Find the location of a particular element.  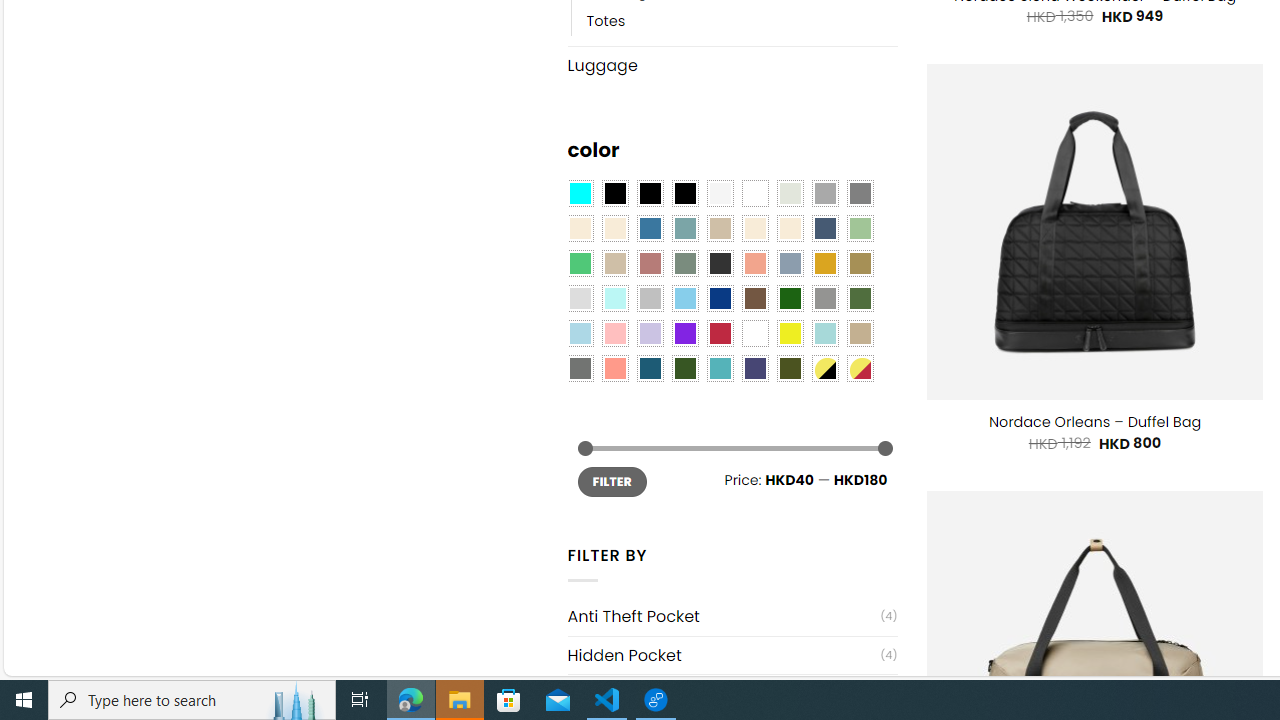

'Silver' is located at coordinates (650, 298).